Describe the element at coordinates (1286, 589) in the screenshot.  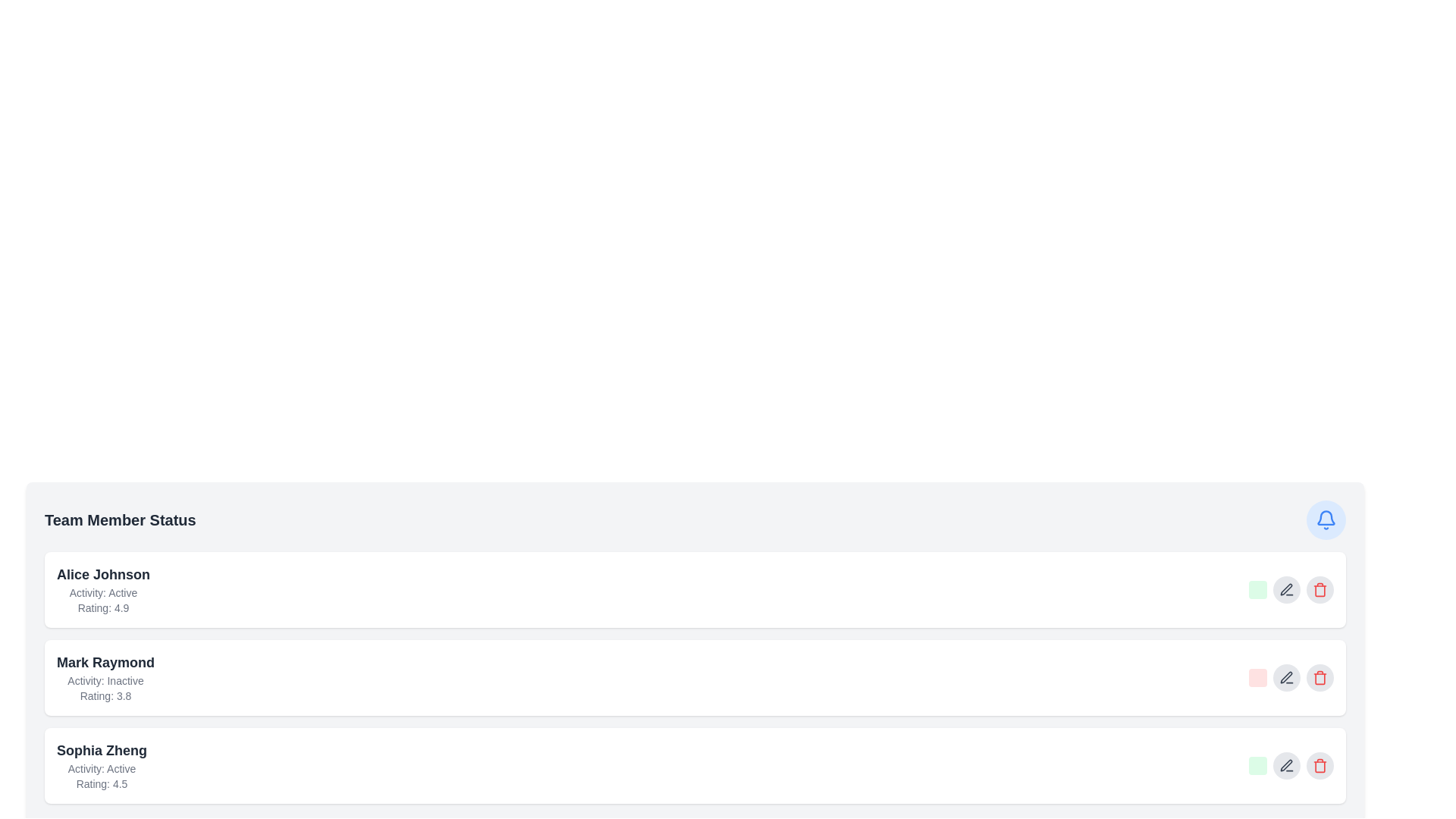
I see `the icon button located in the first row of the list, which is the middle element of a horizontal group aligned to the right side, to trigger the hover state` at that location.